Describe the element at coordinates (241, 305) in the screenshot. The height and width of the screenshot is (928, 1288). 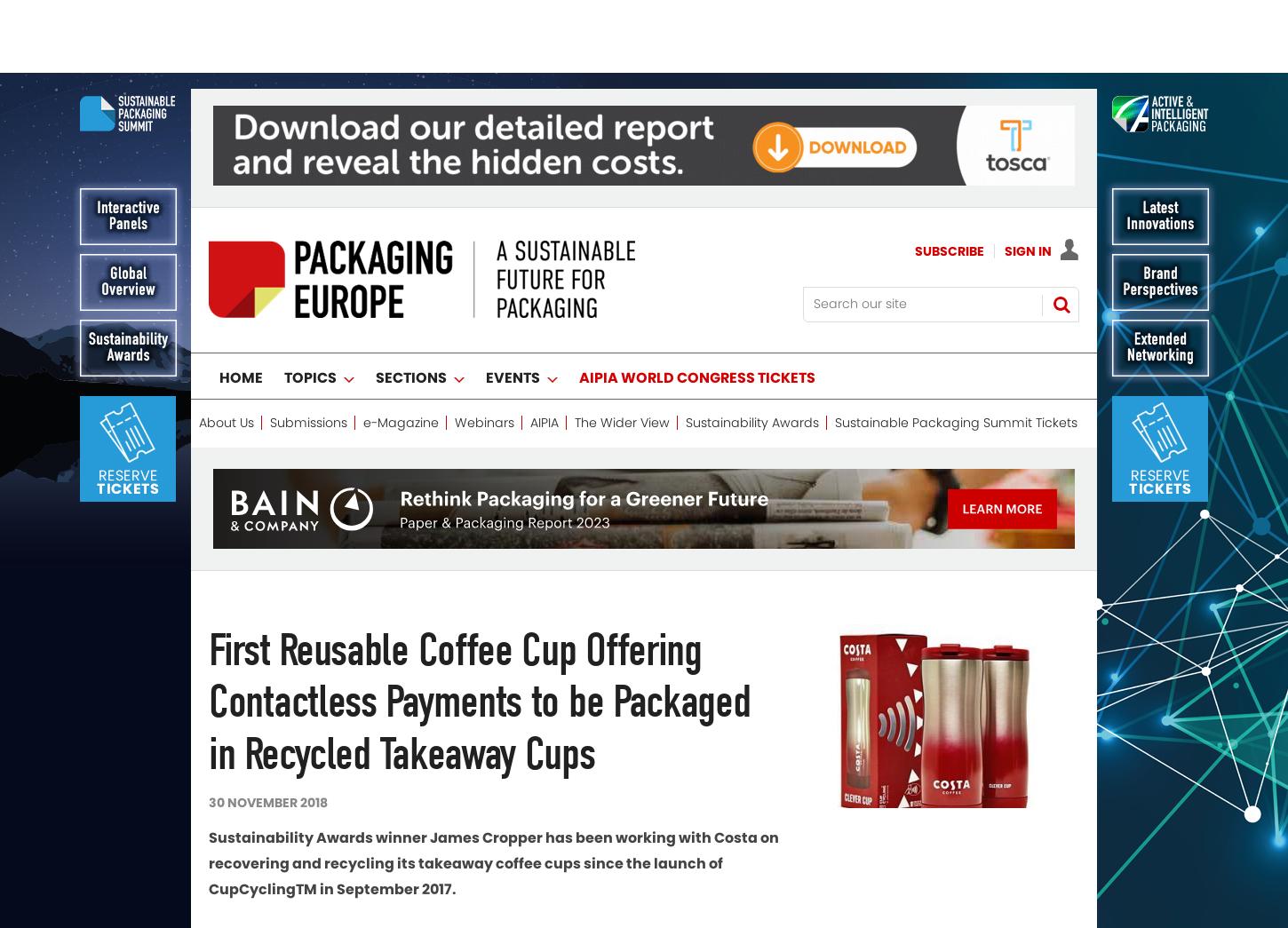
I see `'Home'` at that location.